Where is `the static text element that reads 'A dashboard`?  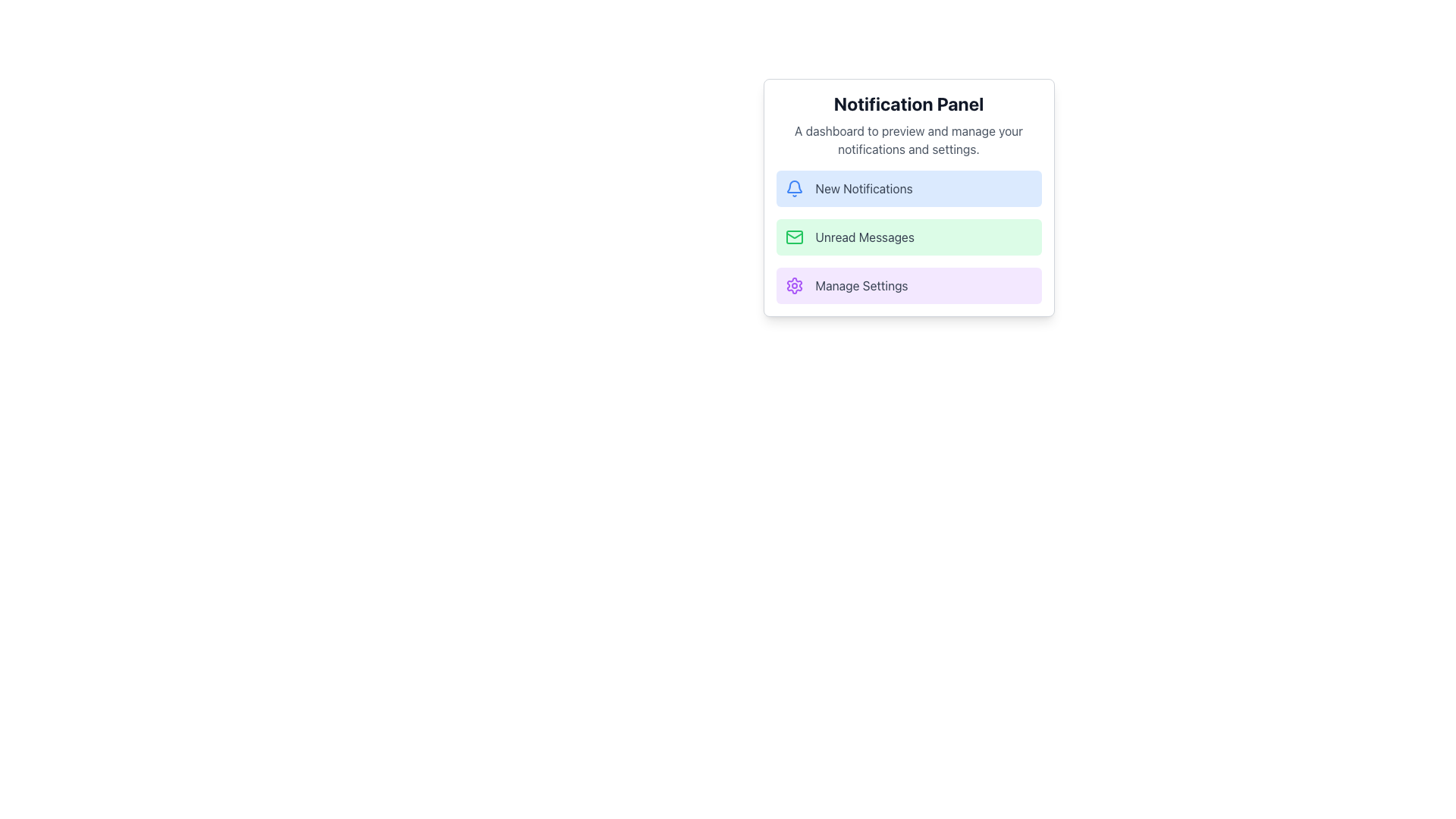
the static text element that reads 'A dashboard is located at coordinates (908, 140).